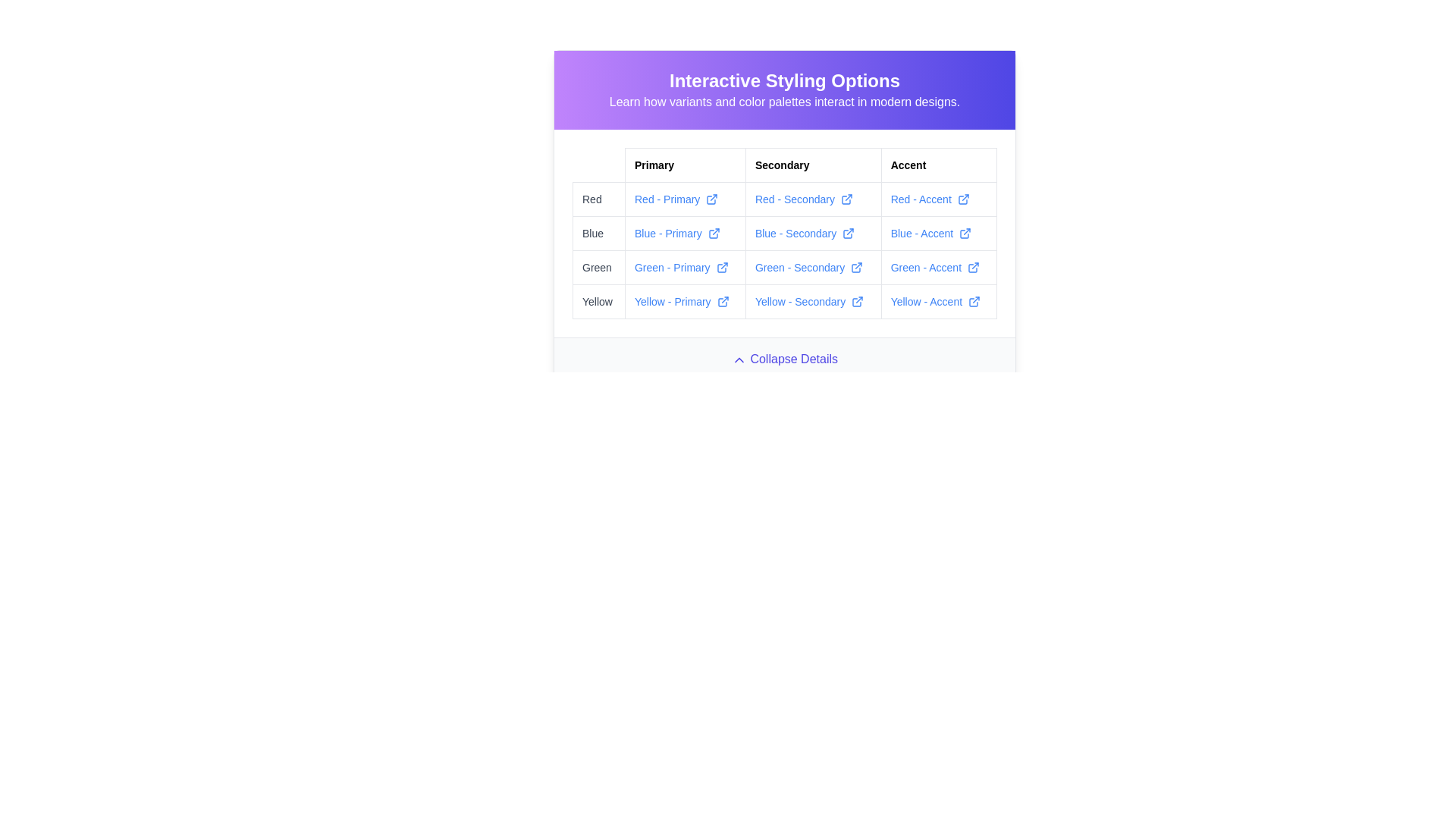  Describe the element at coordinates (598, 301) in the screenshot. I see `the static, non-interactive text label in the first column of the last row of the table that categorizes the color 'Yellow'` at that location.